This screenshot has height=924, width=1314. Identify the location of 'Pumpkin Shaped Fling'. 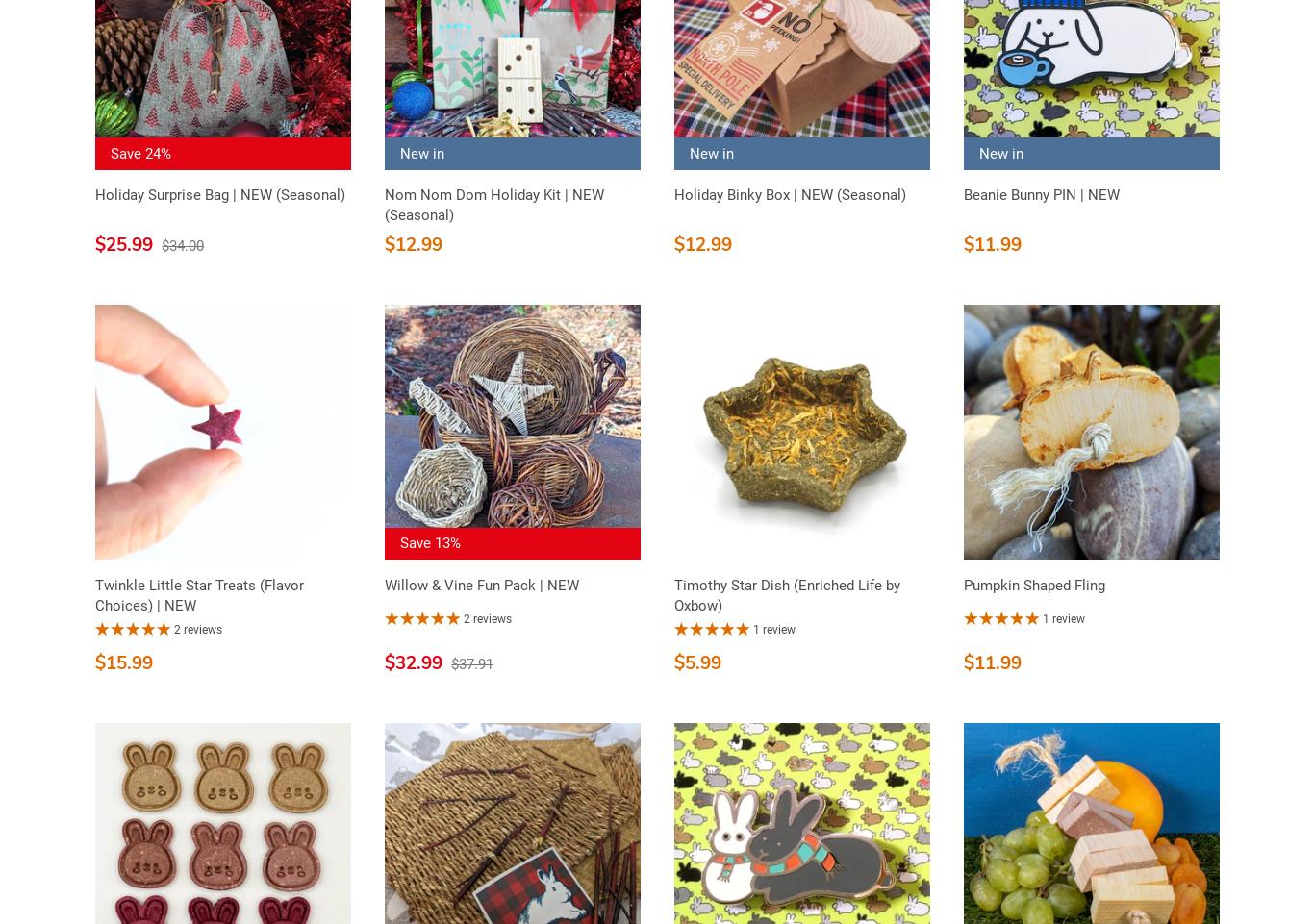
(1032, 585).